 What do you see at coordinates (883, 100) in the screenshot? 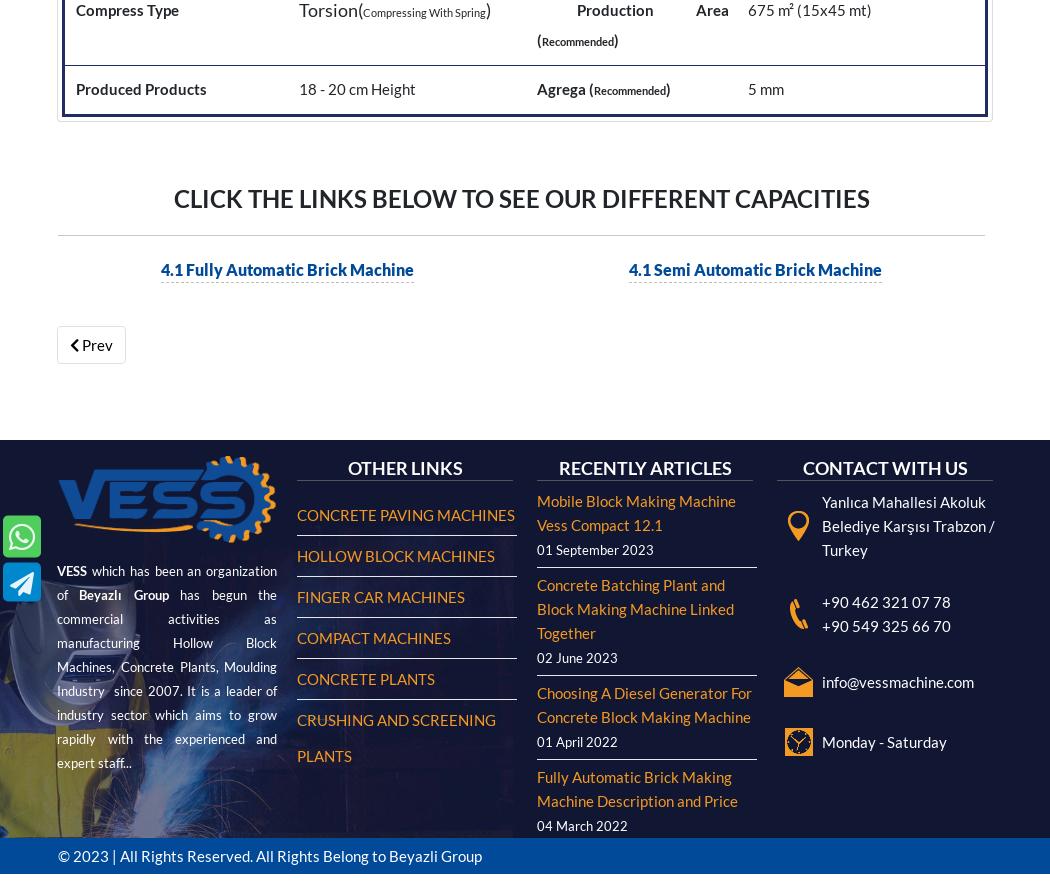
I see `'Monday - Saturday'` at bounding box center [883, 100].